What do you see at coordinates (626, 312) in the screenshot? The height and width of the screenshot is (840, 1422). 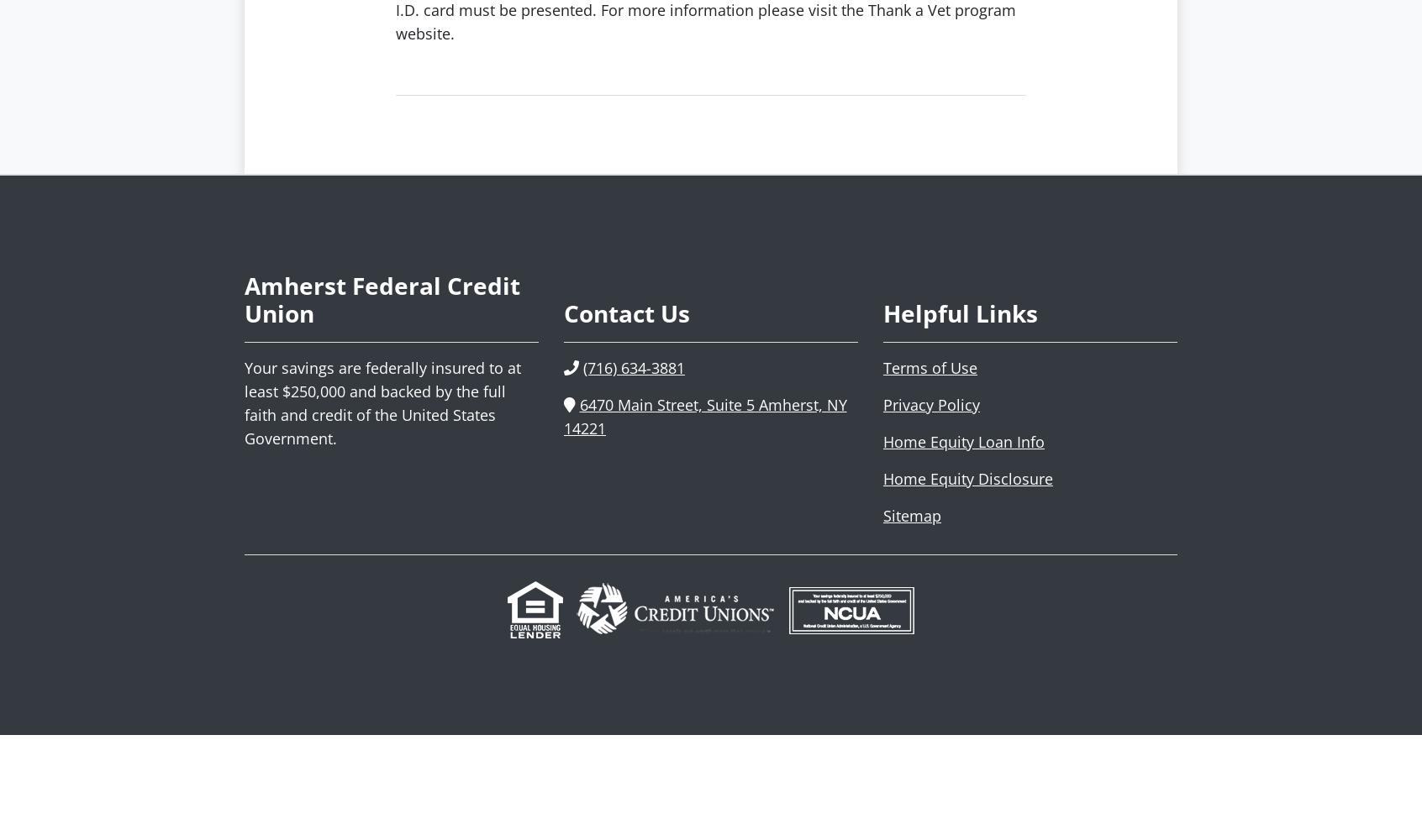 I see `'Contact Us'` at bounding box center [626, 312].